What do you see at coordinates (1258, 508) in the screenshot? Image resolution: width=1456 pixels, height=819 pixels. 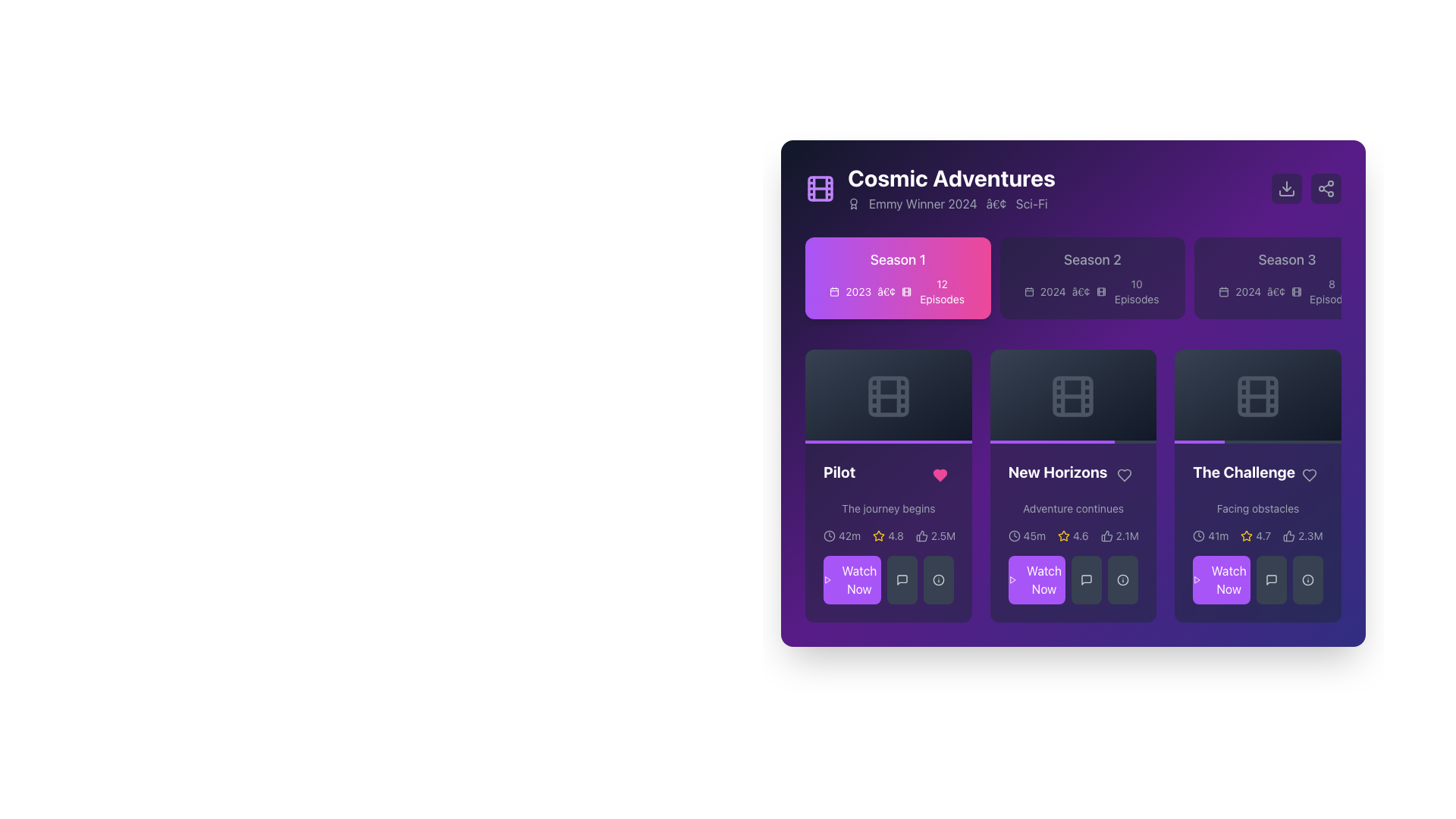 I see `the descriptive text label located under 'The Challenge' title in the third card of the second row, which provides context for the challenge` at bounding box center [1258, 508].